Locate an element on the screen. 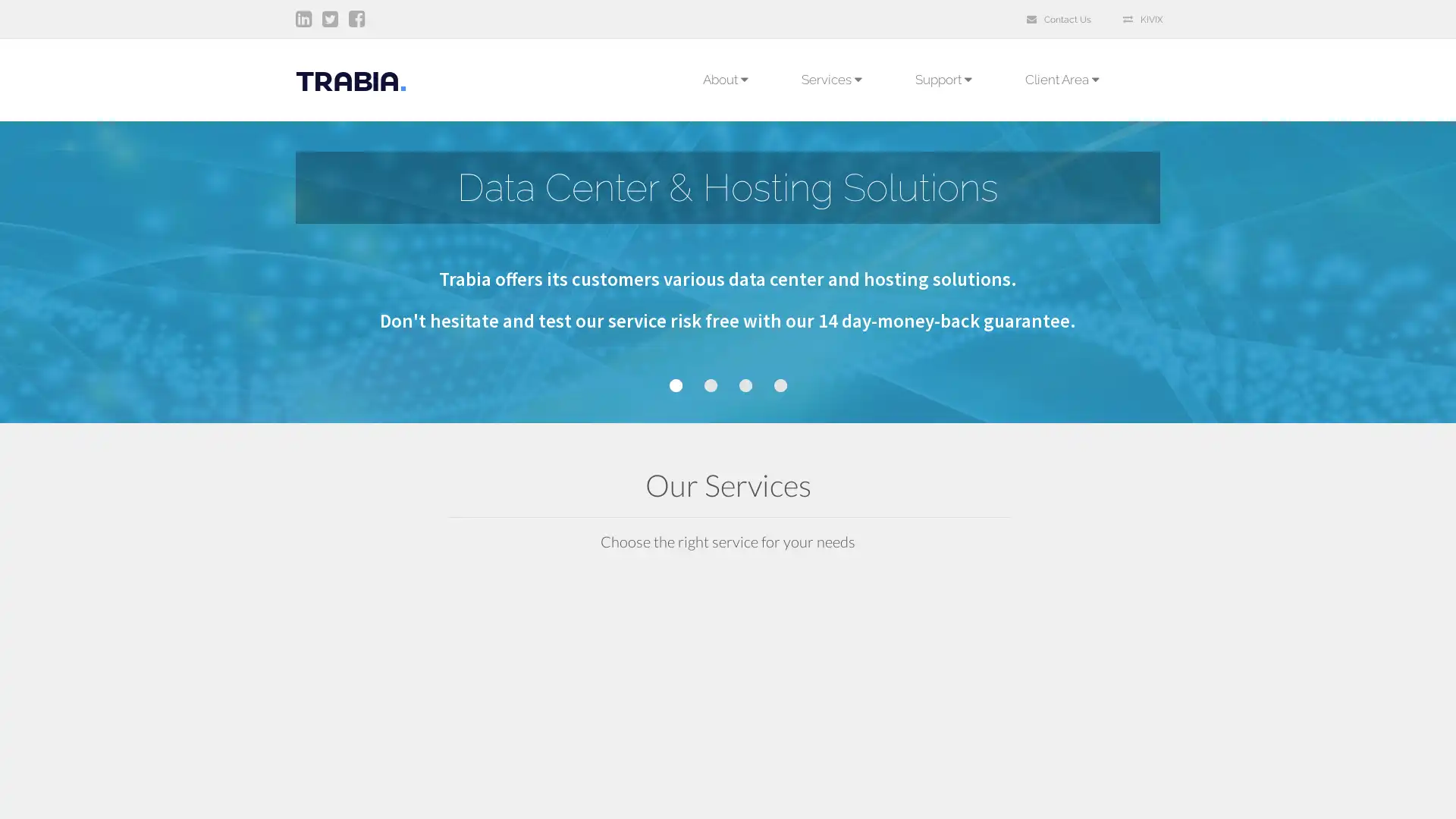 Image resolution: width=1456 pixels, height=819 pixels. See All is located at coordinates (1059, 792).